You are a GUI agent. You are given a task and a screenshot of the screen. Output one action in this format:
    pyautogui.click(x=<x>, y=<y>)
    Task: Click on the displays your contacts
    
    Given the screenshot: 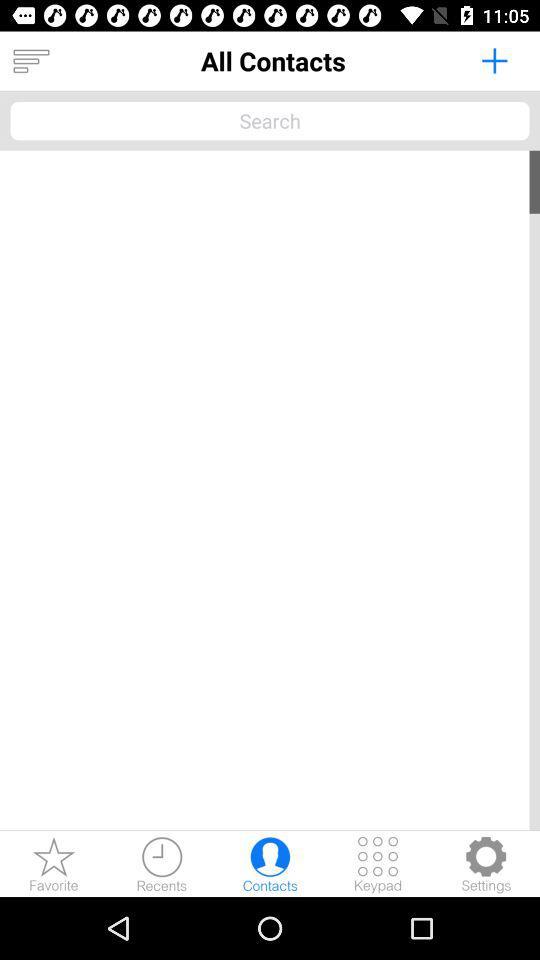 What is the action you would take?
    pyautogui.click(x=30, y=61)
    